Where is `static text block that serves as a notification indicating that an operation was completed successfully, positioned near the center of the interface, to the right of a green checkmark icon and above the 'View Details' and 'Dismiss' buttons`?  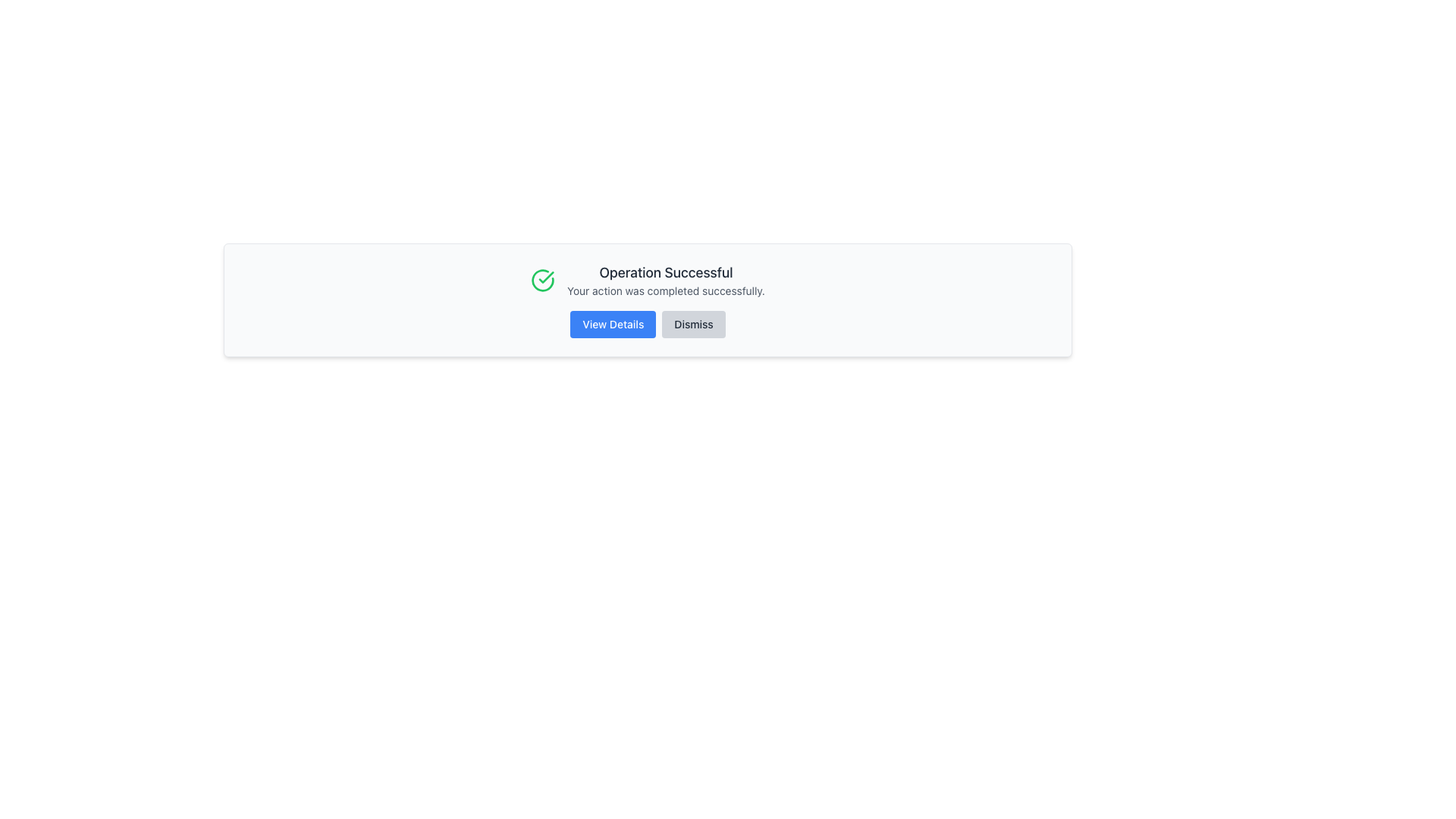 static text block that serves as a notification indicating that an operation was completed successfully, positioned near the center of the interface, to the right of a green checkmark icon and above the 'View Details' and 'Dismiss' buttons is located at coordinates (666, 281).